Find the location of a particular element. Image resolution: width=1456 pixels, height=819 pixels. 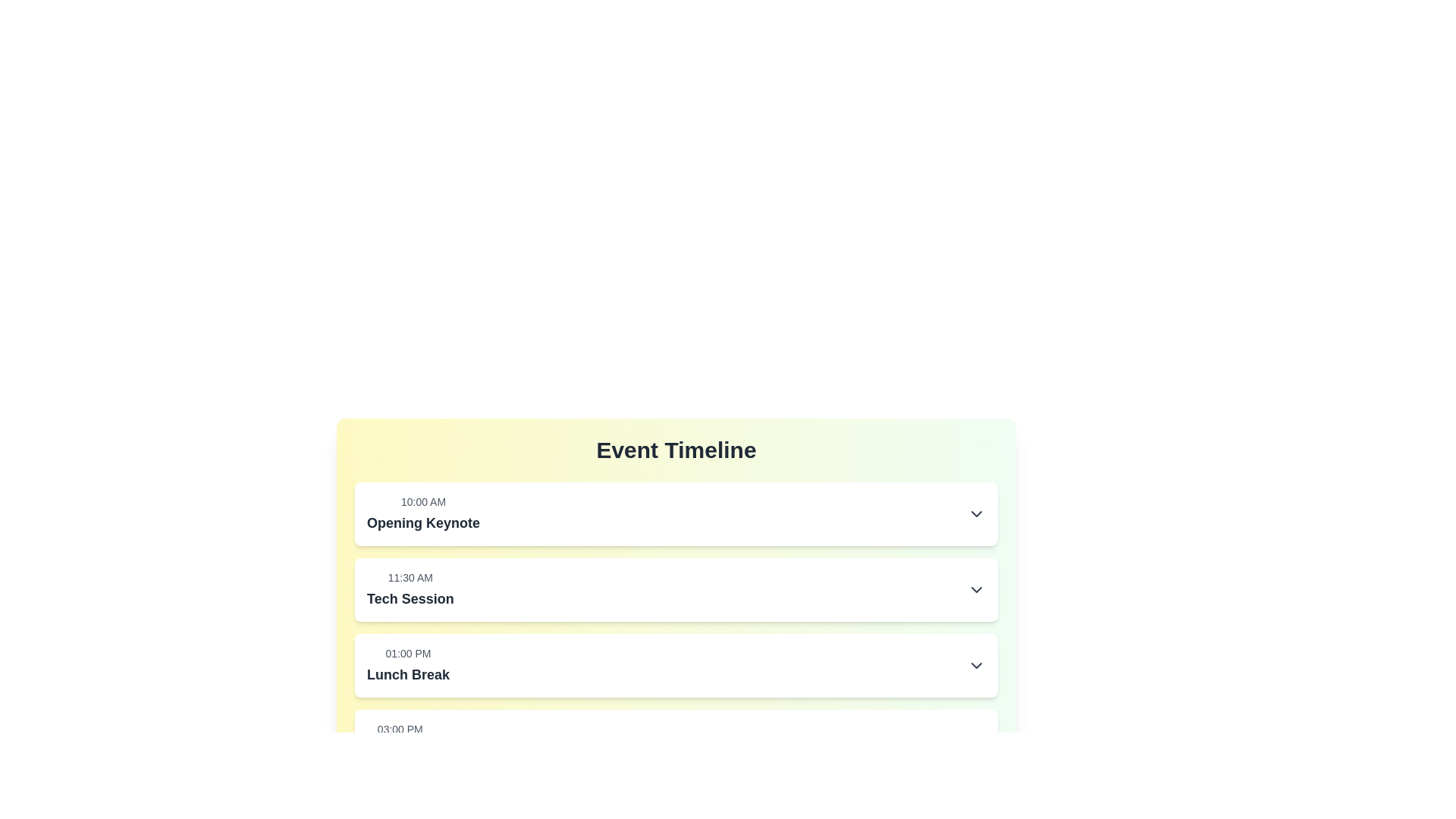

the 'Lunch Break' text label, which is styled in bold dark gray and positioned below the '01:00 PM' text in a vertical timeline layout is located at coordinates (408, 674).